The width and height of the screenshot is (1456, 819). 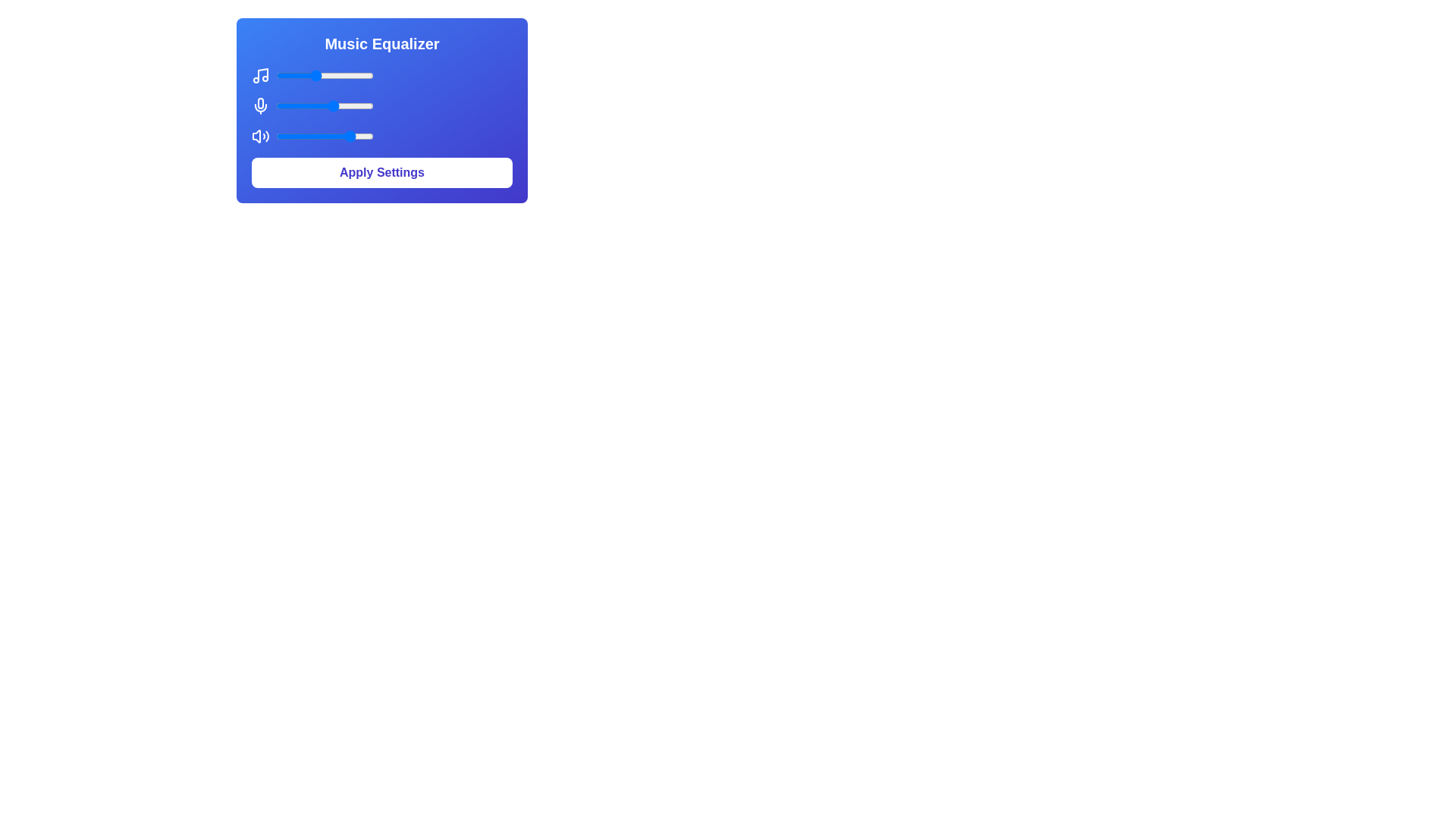 What do you see at coordinates (261, 102) in the screenshot?
I see `the microphone icon, which is the second icon in a vertical stack of three icons within a blue gradient card layout` at bounding box center [261, 102].